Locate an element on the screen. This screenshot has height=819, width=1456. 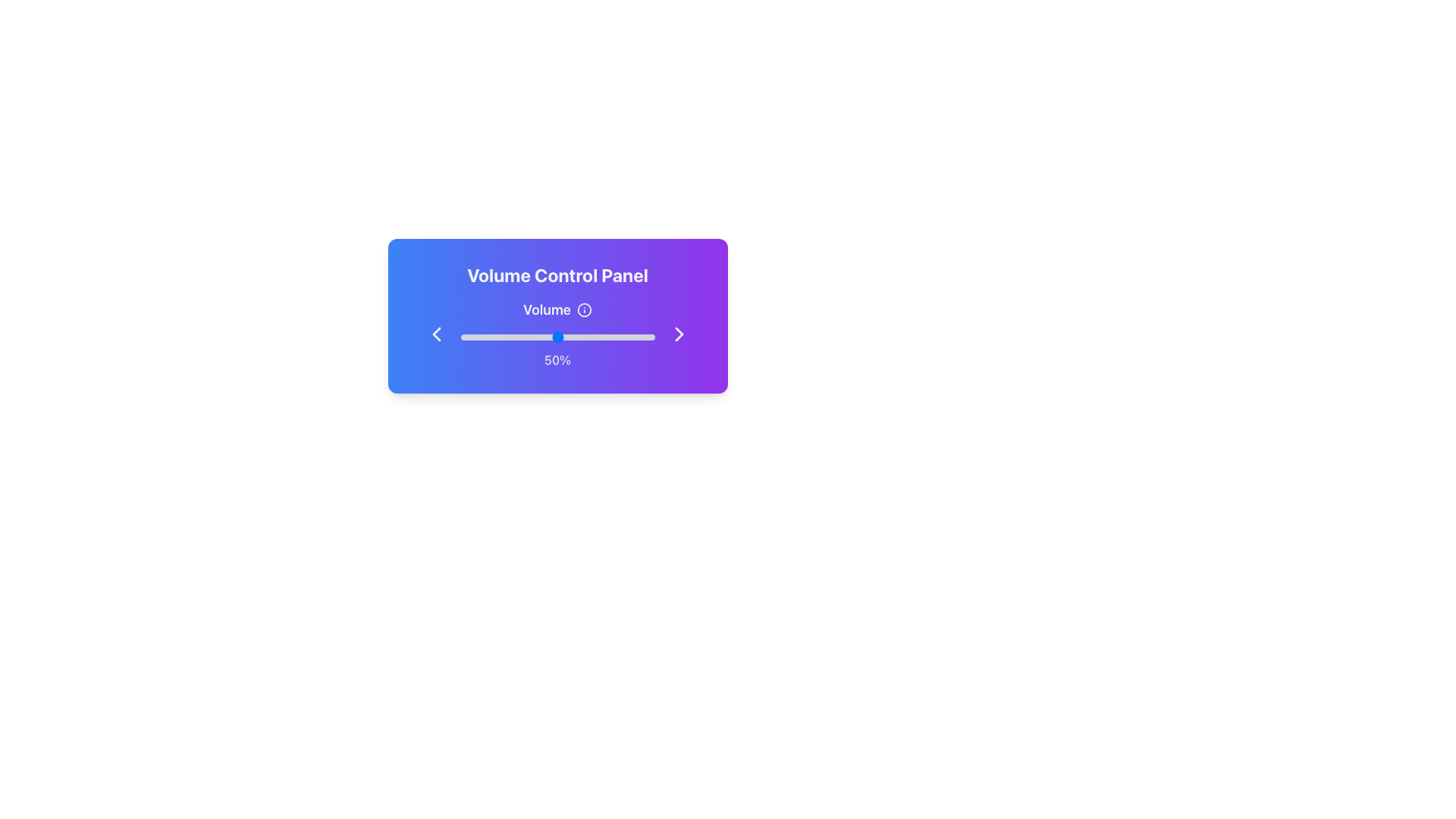
'Volume' label text, which is styled in bold, large white font and centrally aligned in the 'Volume Control Panel' interface is located at coordinates (546, 309).